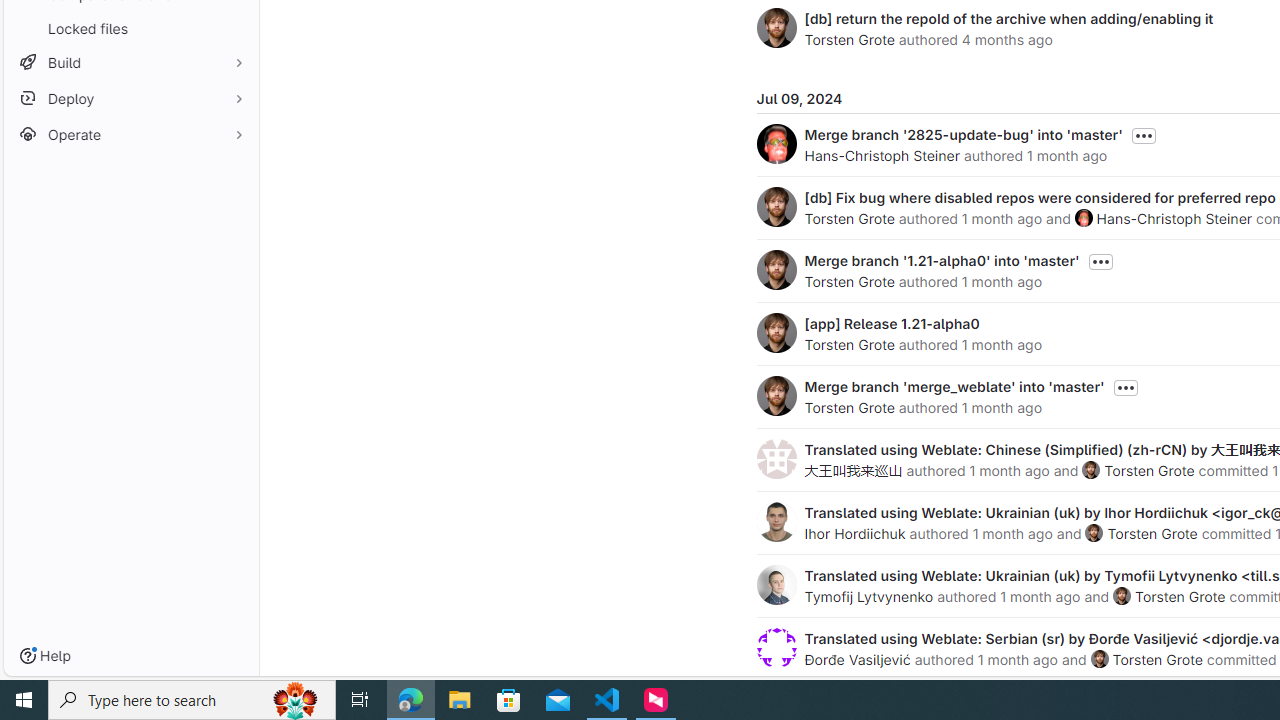  What do you see at coordinates (130, 28) in the screenshot?
I see `'Locked files'` at bounding box center [130, 28].